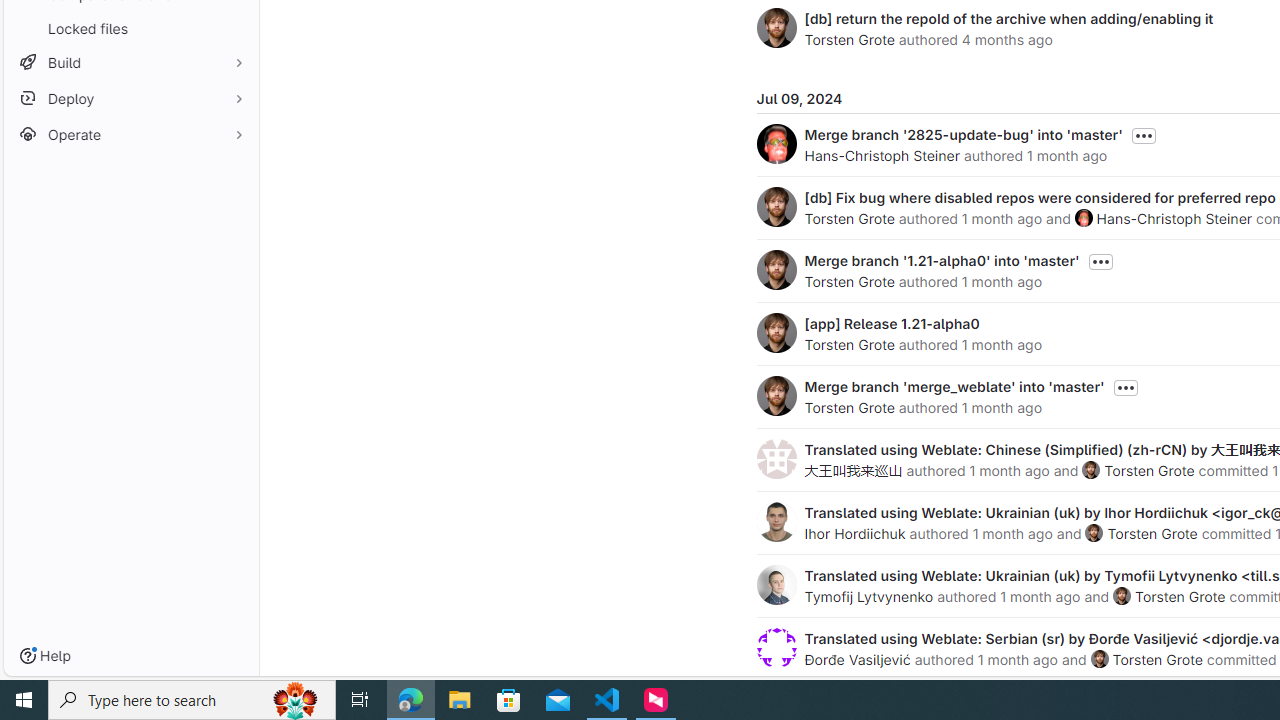  What do you see at coordinates (130, 28) in the screenshot?
I see `'Locked files'` at bounding box center [130, 28].